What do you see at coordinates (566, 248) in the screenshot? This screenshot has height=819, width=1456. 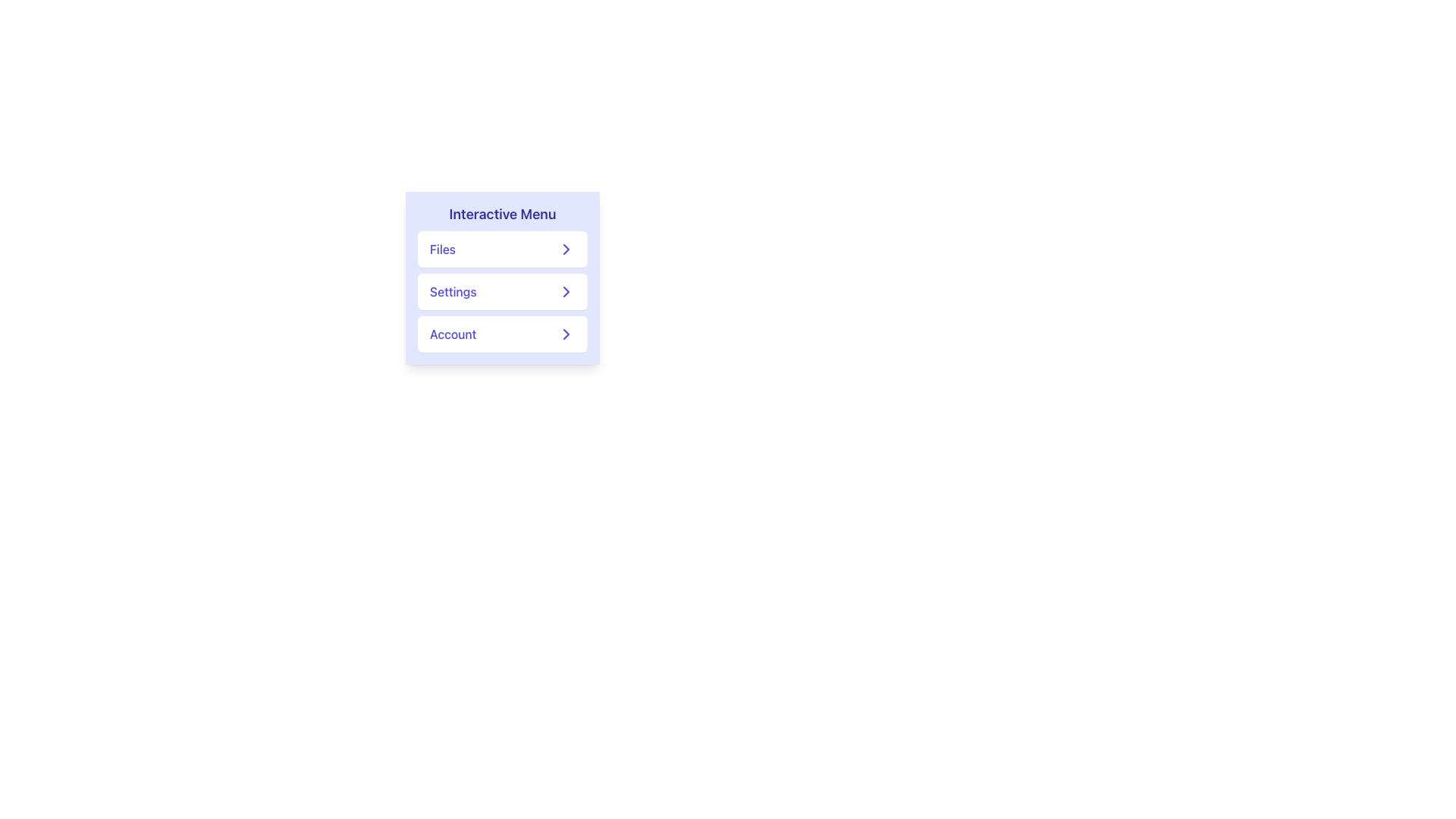 I see `the Chevron icon located on the right edge of the 'Files' menu entry` at bounding box center [566, 248].